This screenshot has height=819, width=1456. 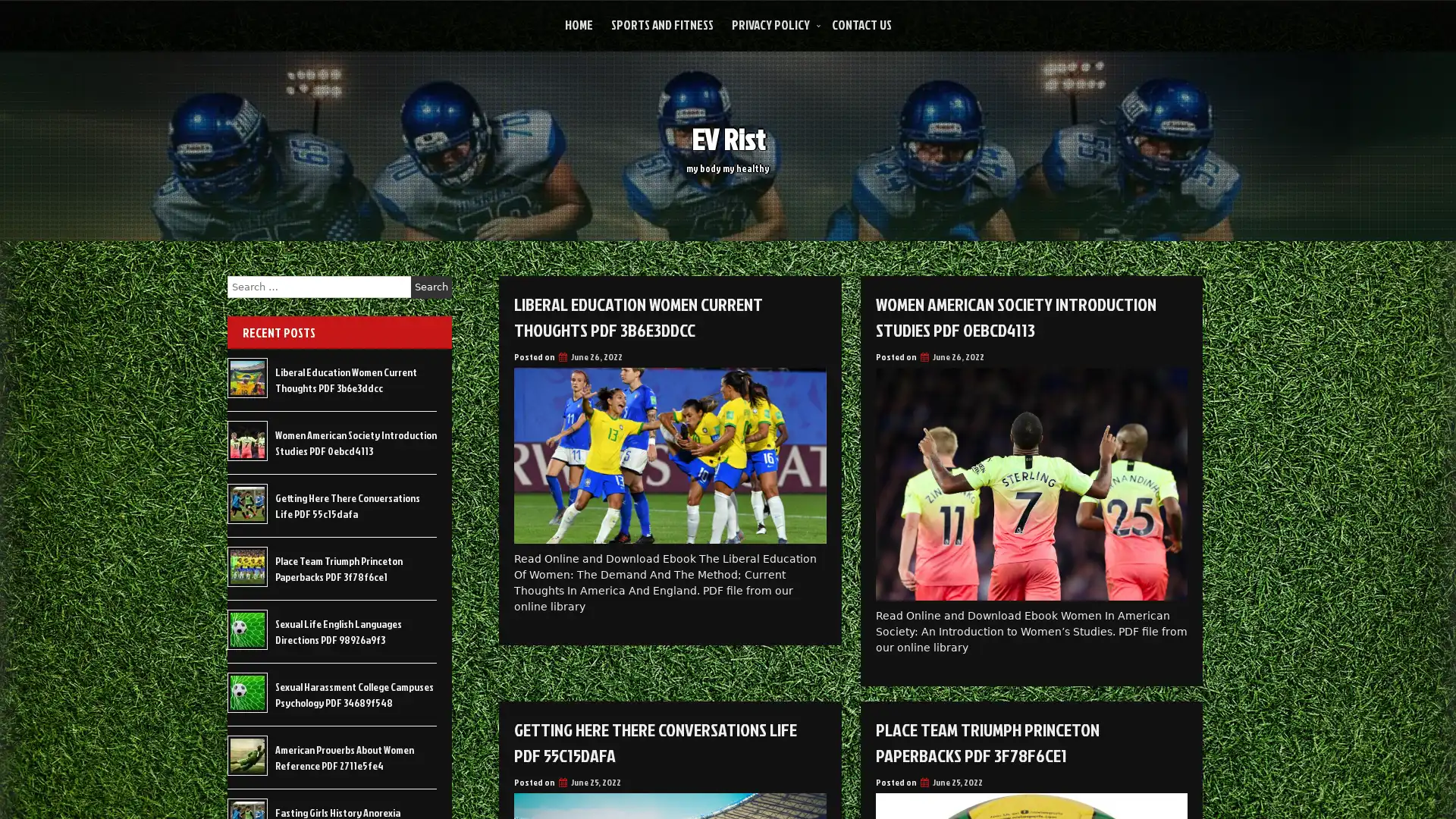 I want to click on Search, so click(x=431, y=287).